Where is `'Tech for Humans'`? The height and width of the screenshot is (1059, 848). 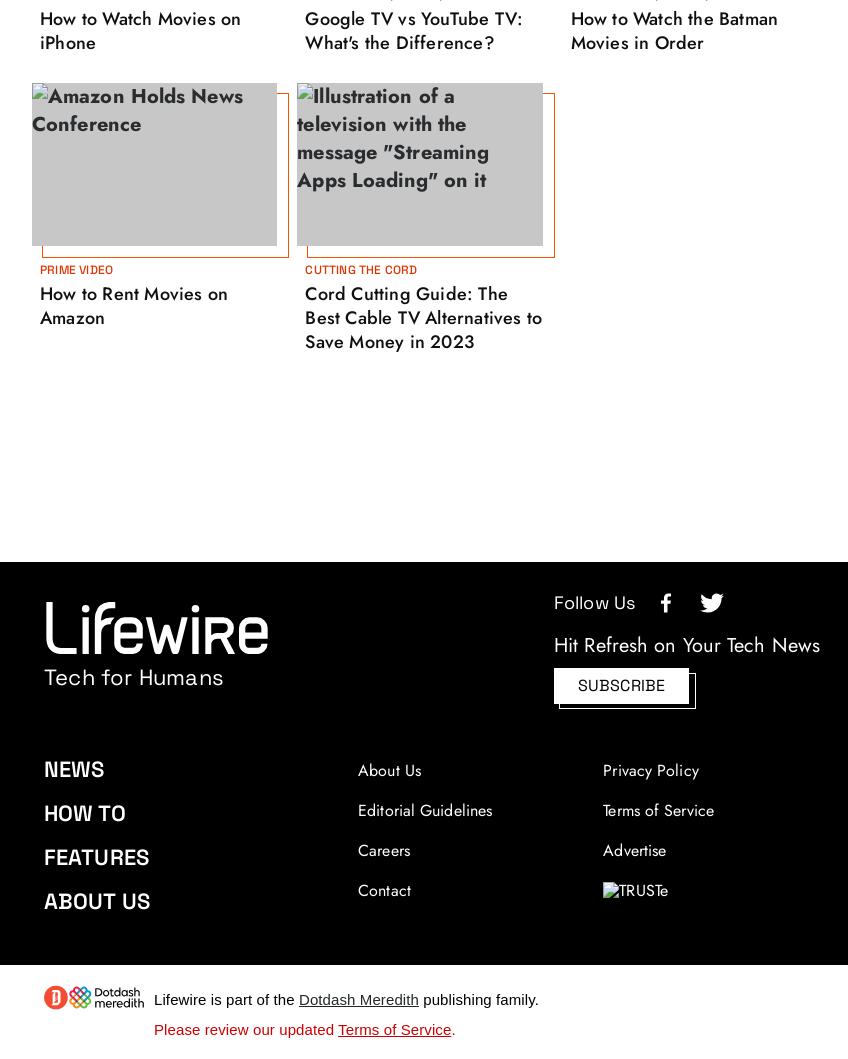 'Tech for Humans' is located at coordinates (43, 677).